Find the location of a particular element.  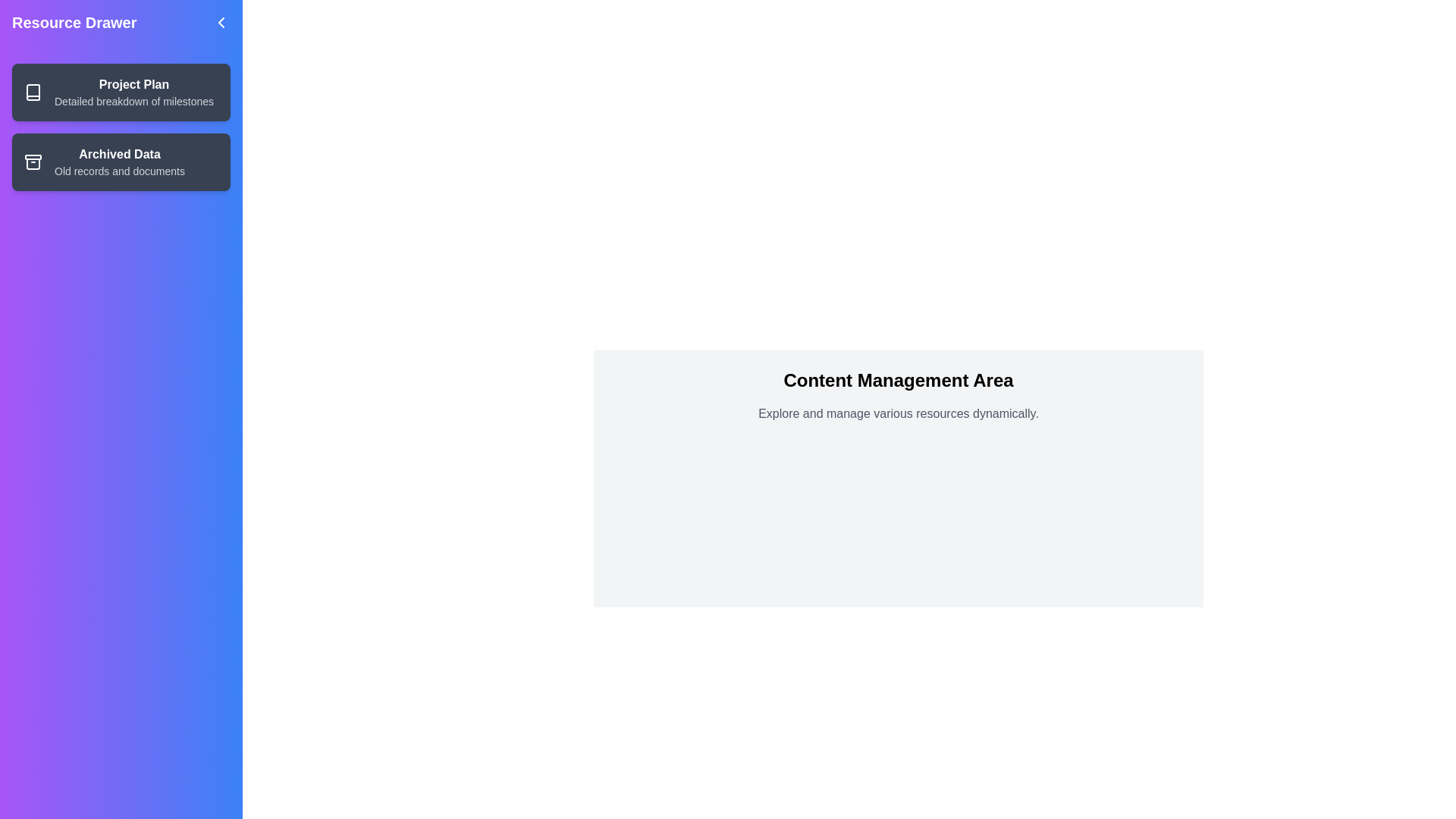

arrow button to toggle the drawer is located at coordinates (221, 23).